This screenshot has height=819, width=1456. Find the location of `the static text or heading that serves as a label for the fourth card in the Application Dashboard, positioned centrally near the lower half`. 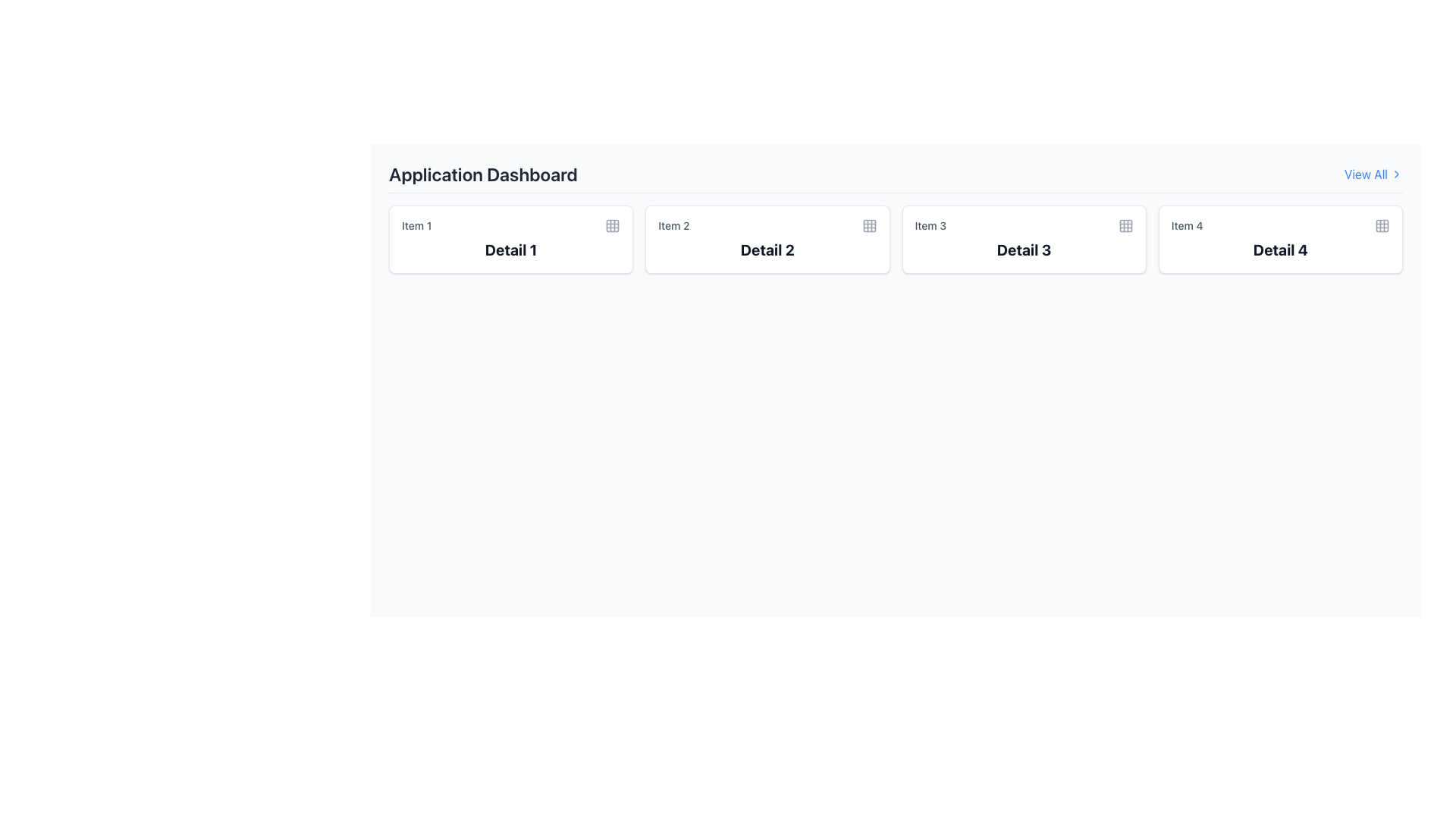

the static text or heading that serves as a label for the fourth card in the Application Dashboard, positioned centrally near the lower half is located at coordinates (1279, 249).